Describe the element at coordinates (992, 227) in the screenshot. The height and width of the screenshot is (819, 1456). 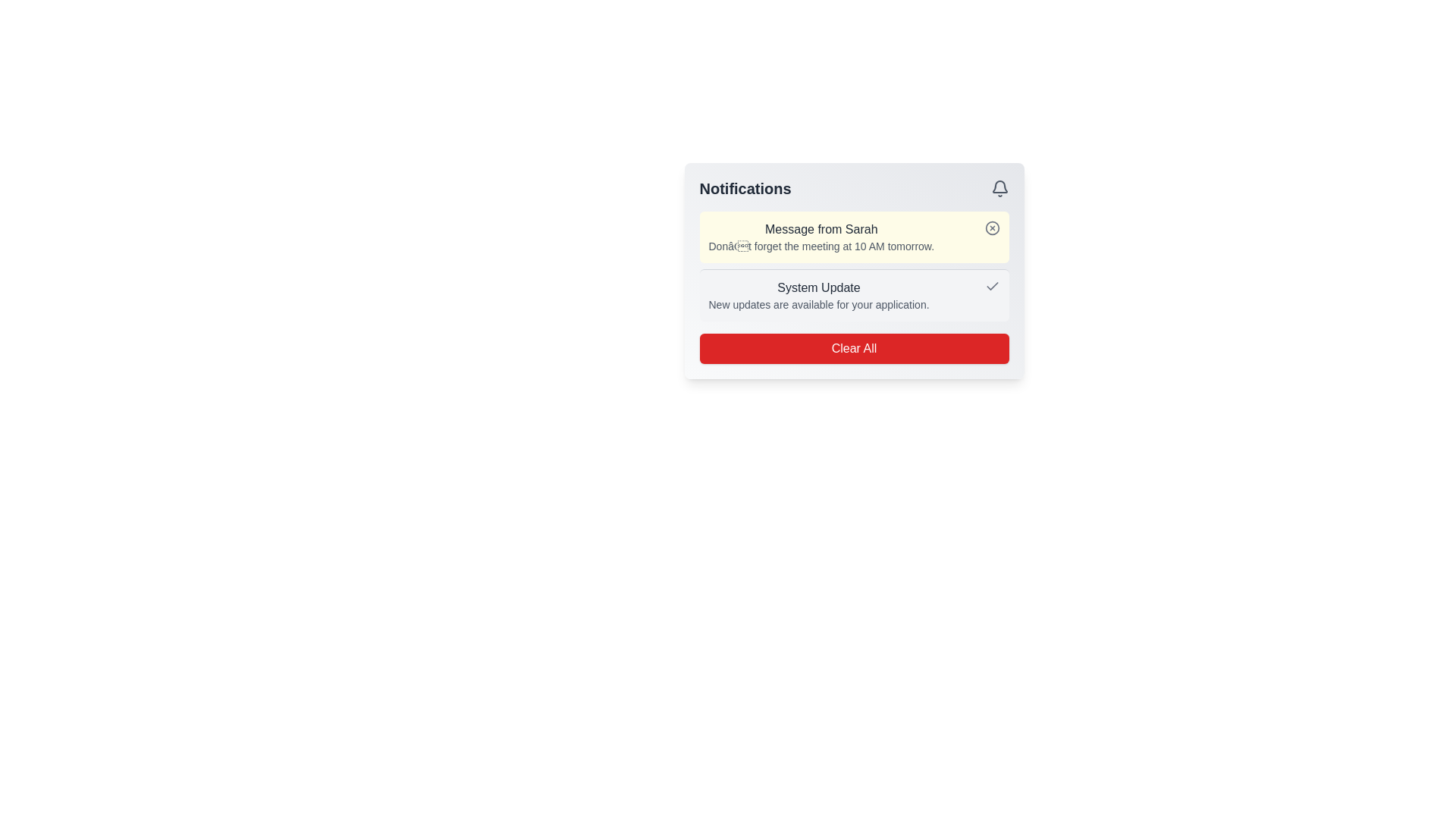
I see `the small circular button with a cross inside located at the top-right corner of the notification card displaying 'Message from Sarah'` at that location.